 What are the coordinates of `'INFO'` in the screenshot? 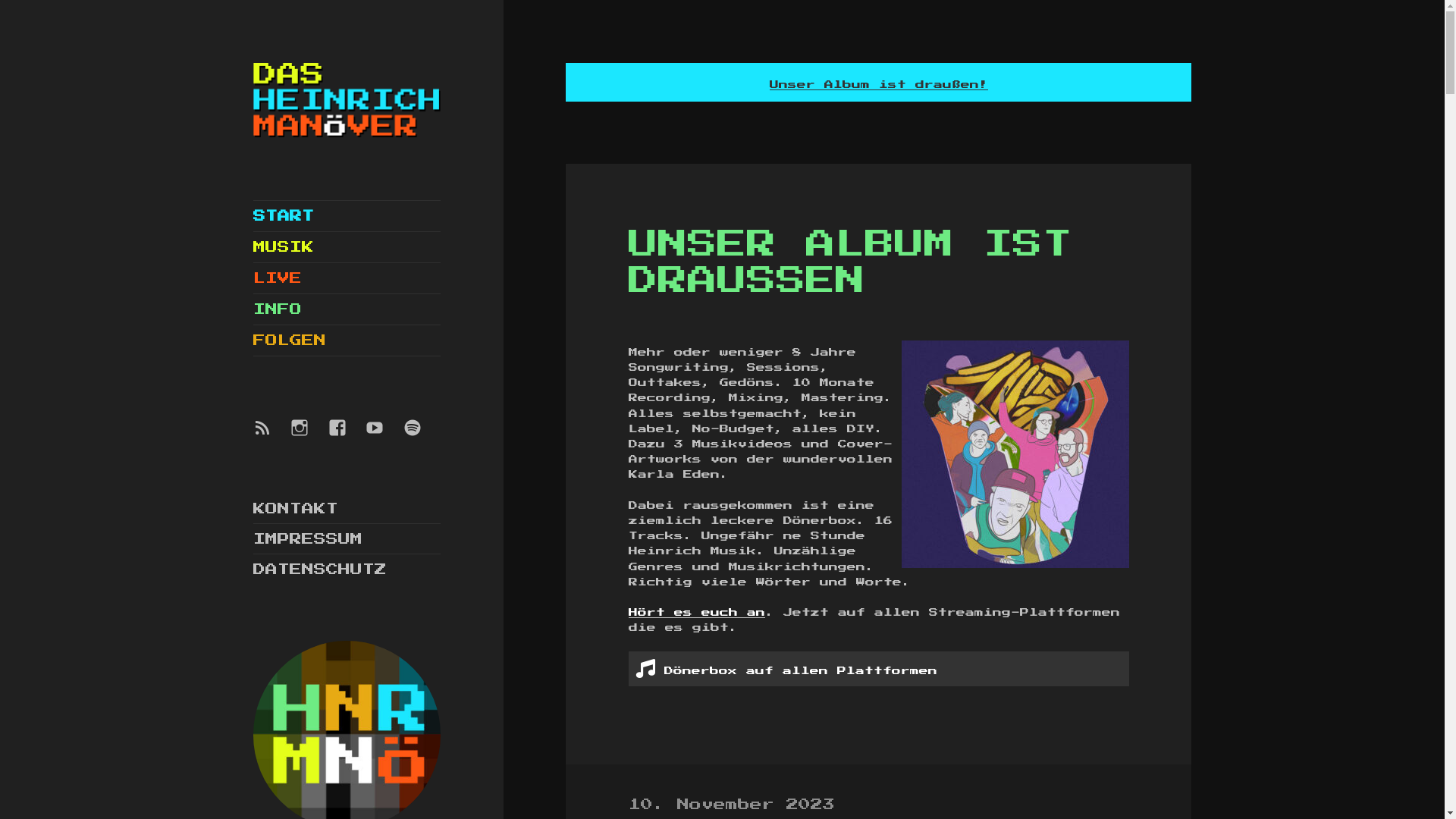 It's located at (346, 309).